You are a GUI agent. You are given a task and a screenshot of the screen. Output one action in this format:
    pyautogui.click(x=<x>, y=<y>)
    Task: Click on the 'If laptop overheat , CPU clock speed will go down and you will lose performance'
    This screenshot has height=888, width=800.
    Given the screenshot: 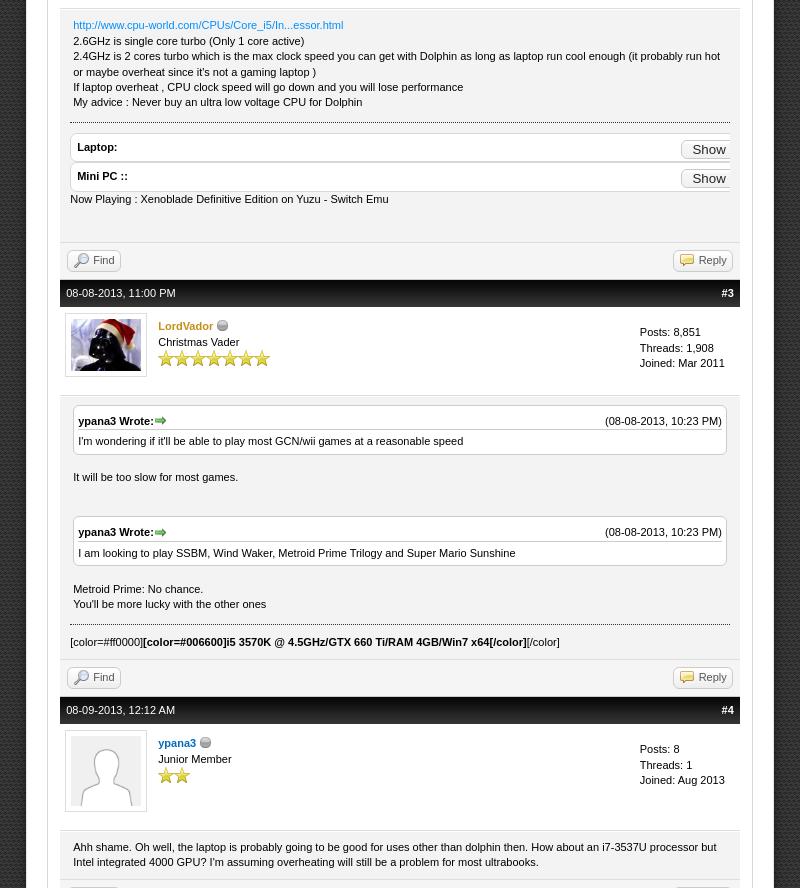 What is the action you would take?
    pyautogui.click(x=268, y=86)
    